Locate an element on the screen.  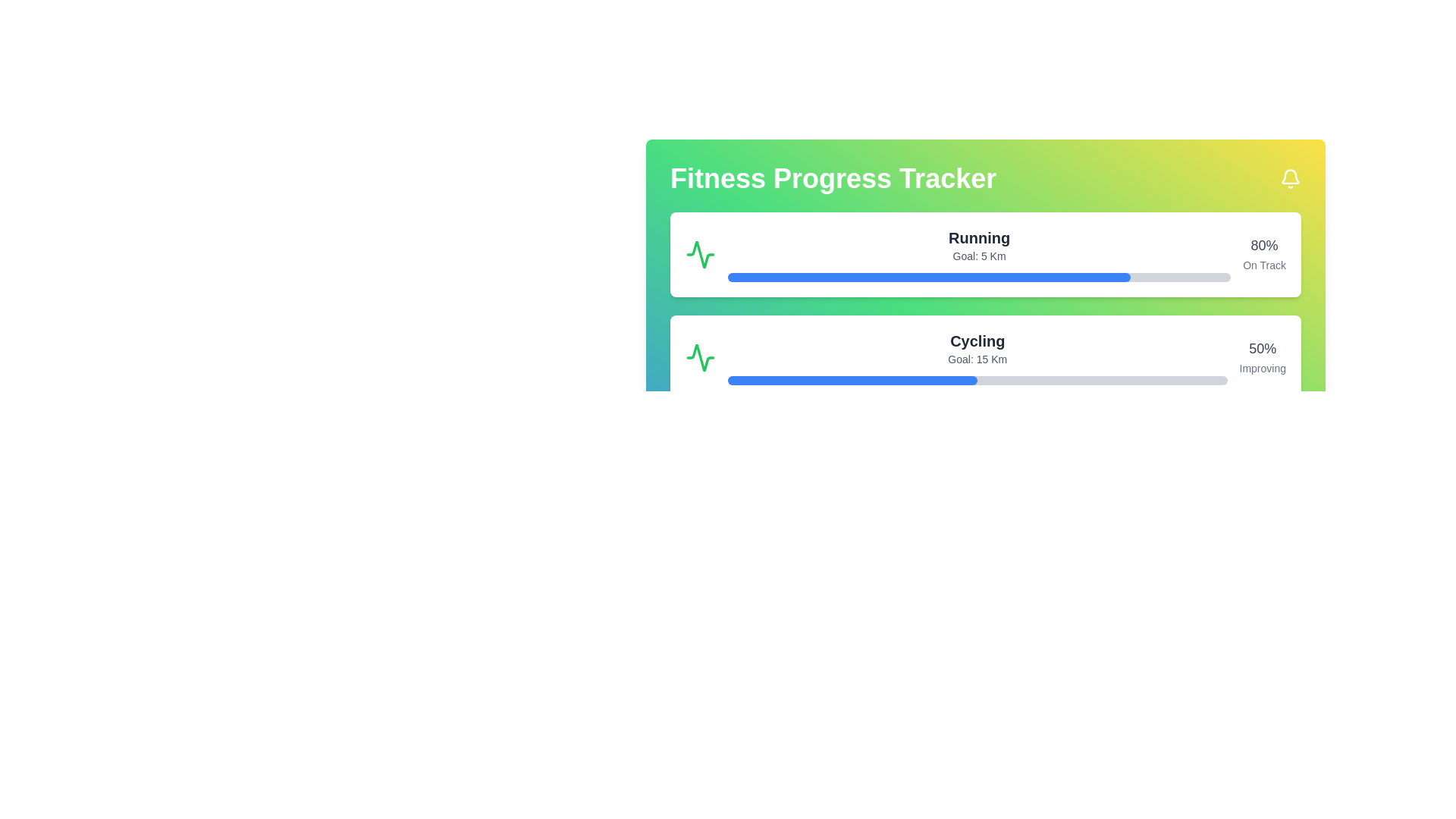
the green graphical icon representing the 'Running' activity, located above the text 'Running' and to the left of a progress bar is located at coordinates (700, 253).